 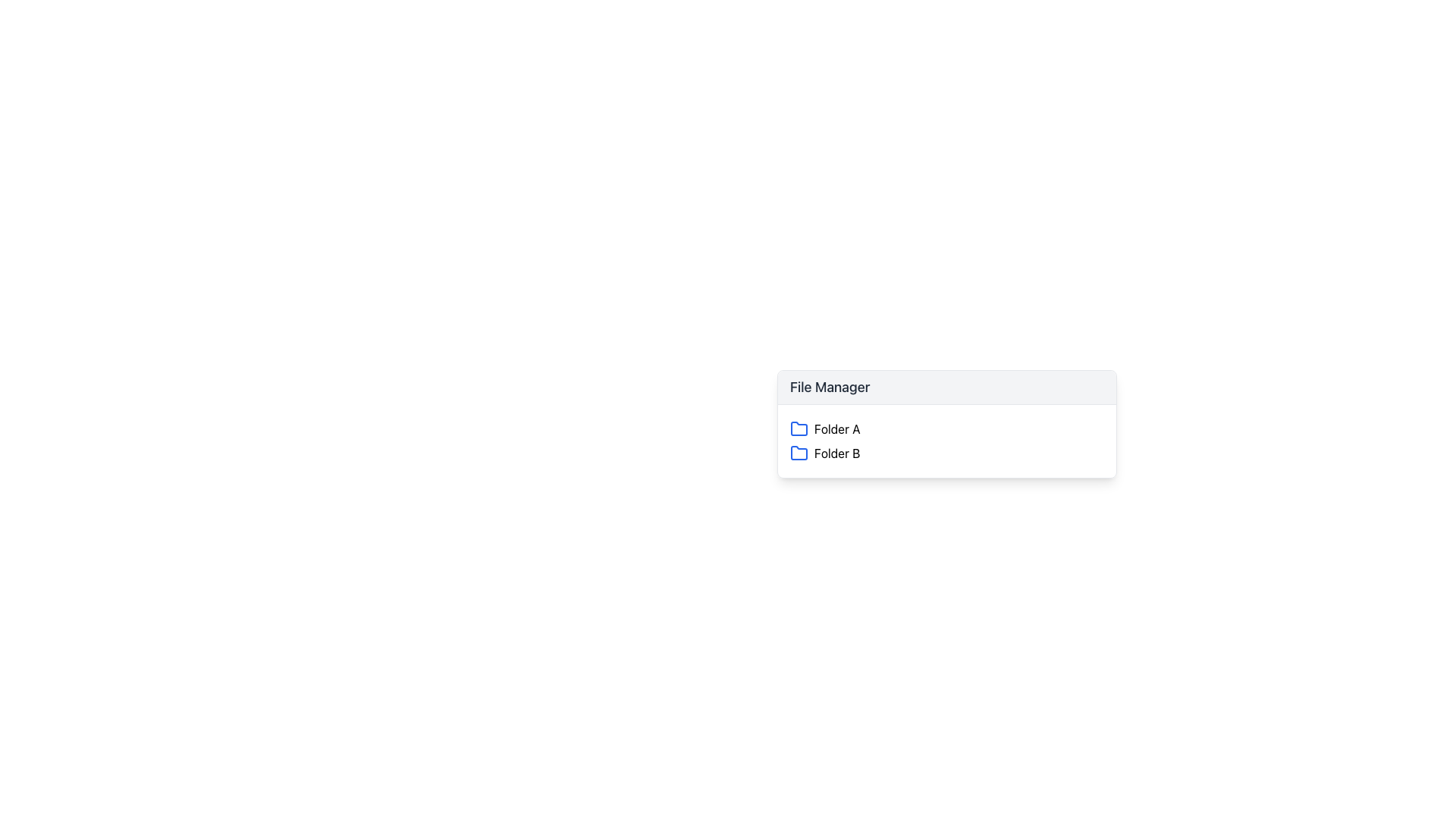 I want to click on the 'File Manager' text label, which is displayed in bold, dark gray font at the top of the card-like panel, so click(x=829, y=386).